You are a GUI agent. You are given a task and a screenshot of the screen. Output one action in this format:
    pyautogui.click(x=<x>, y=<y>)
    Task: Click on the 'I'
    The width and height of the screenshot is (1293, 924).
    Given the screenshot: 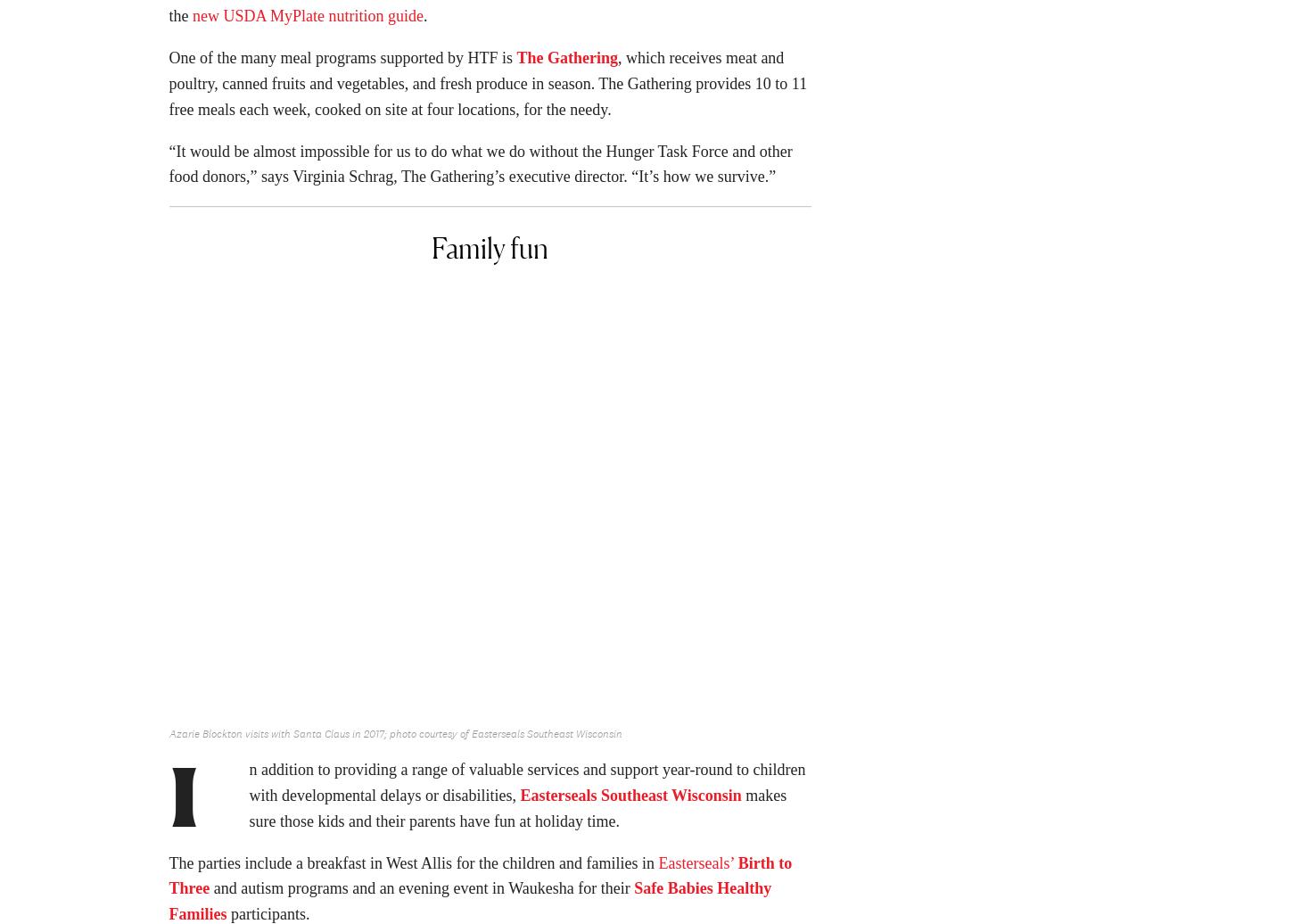 What is the action you would take?
    pyautogui.click(x=182, y=802)
    